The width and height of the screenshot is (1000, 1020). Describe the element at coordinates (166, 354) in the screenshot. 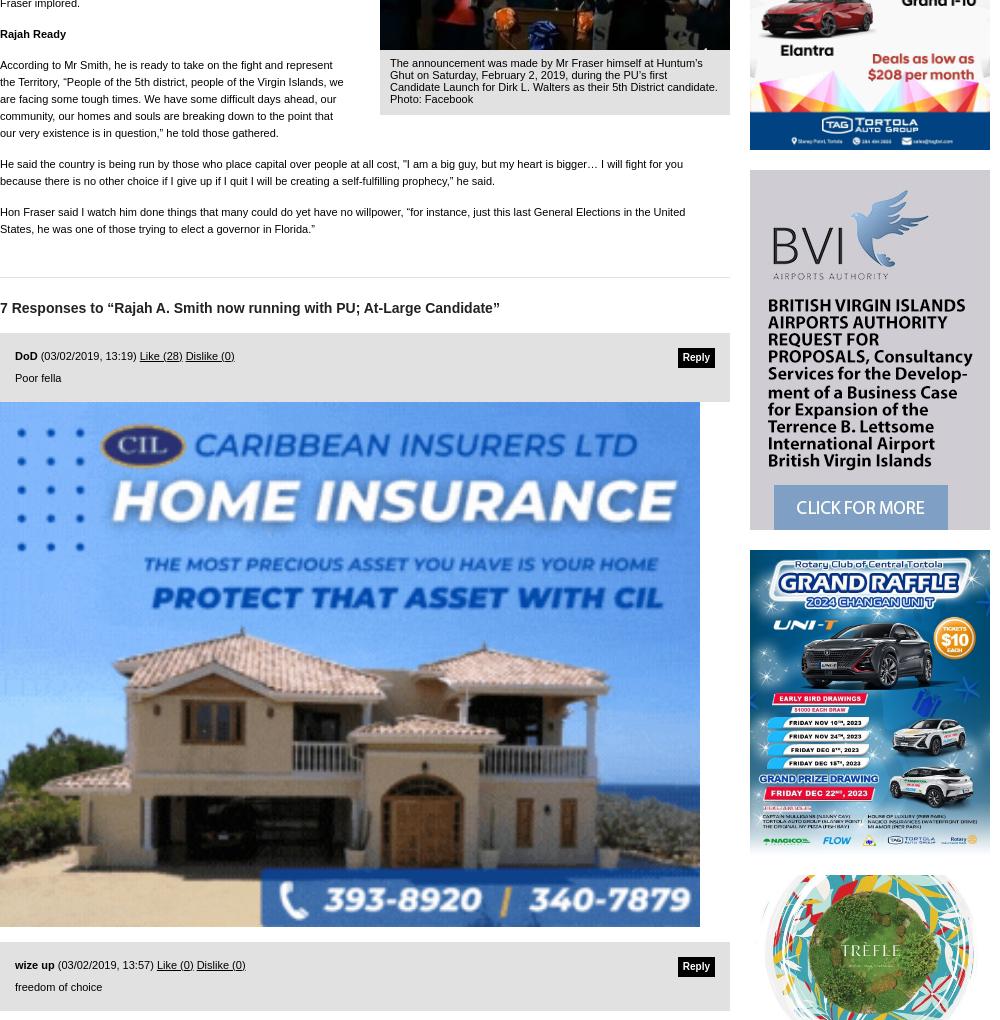

I see `'28'` at that location.